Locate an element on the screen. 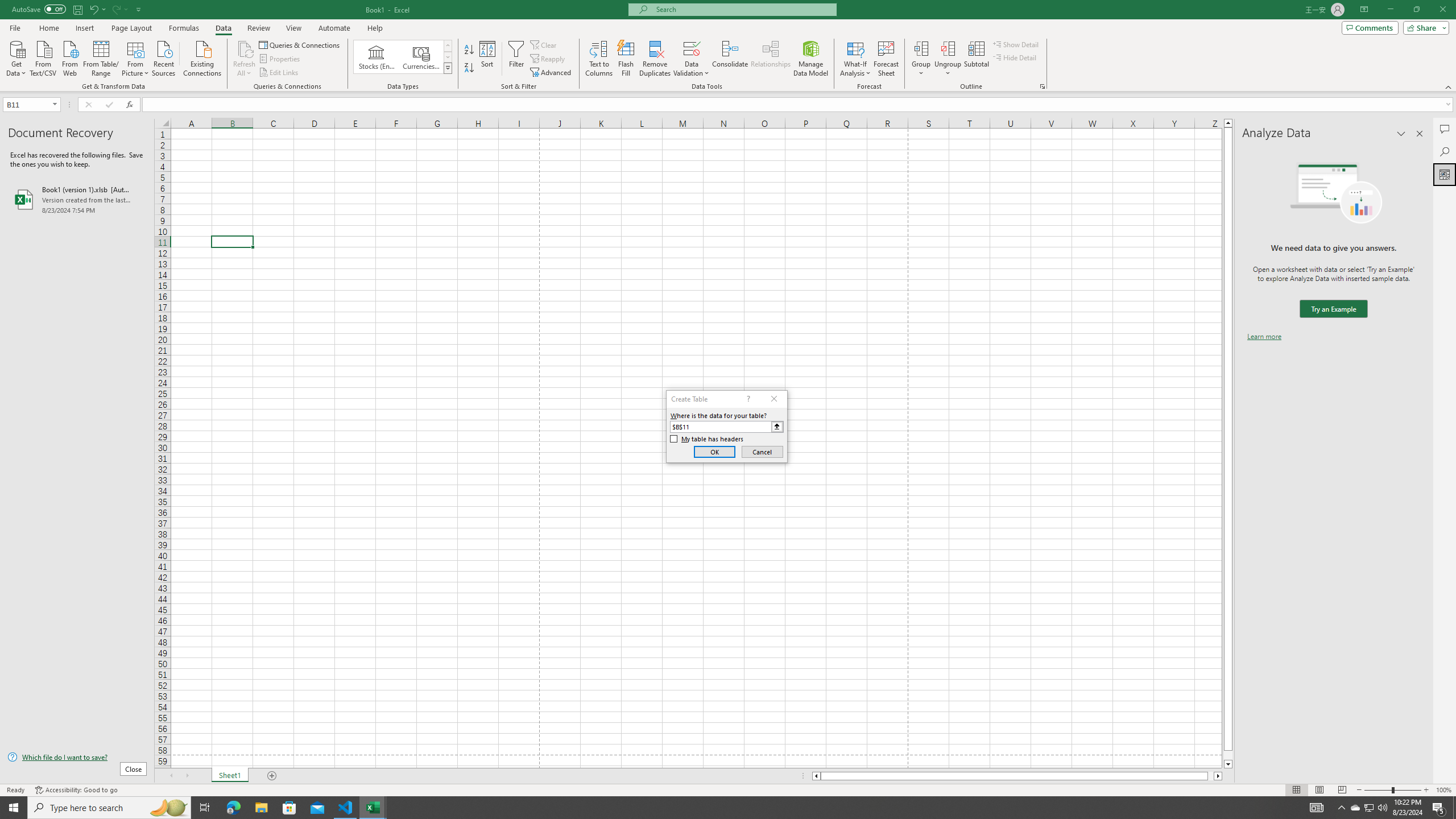  'Consolidate...' is located at coordinates (730, 59).